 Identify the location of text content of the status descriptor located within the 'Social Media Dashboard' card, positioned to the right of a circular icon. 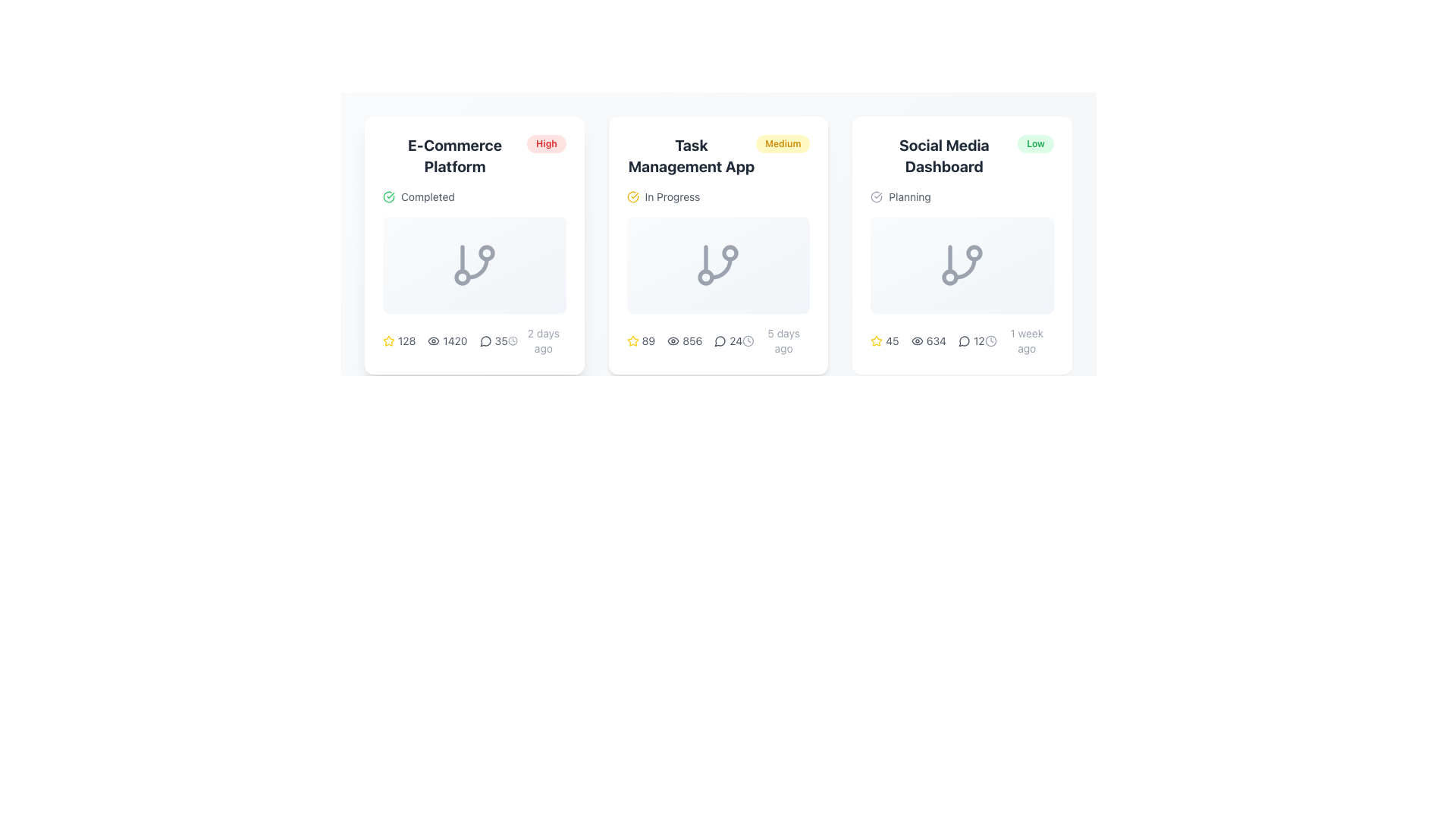
(910, 196).